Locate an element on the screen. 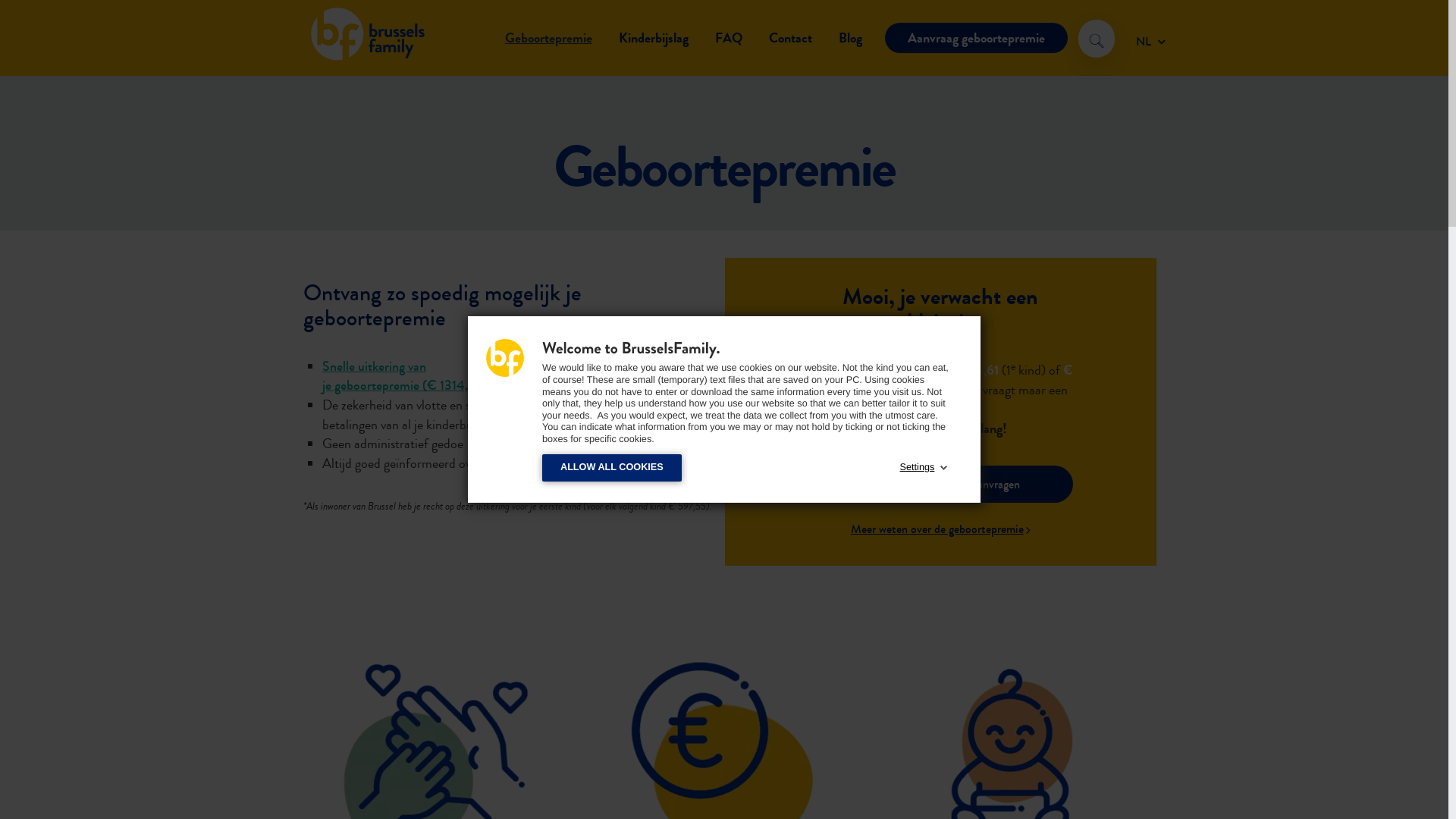  'Blog' is located at coordinates (850, 37).